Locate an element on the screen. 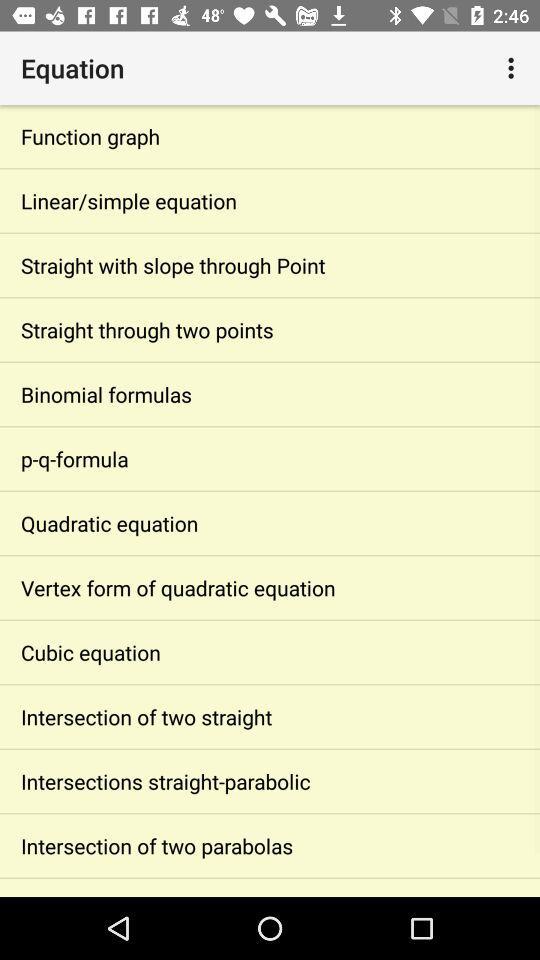 Image resolution: width=540 pixels, height=960 pixels. the function graph icon is located at coordinates (270, 135).